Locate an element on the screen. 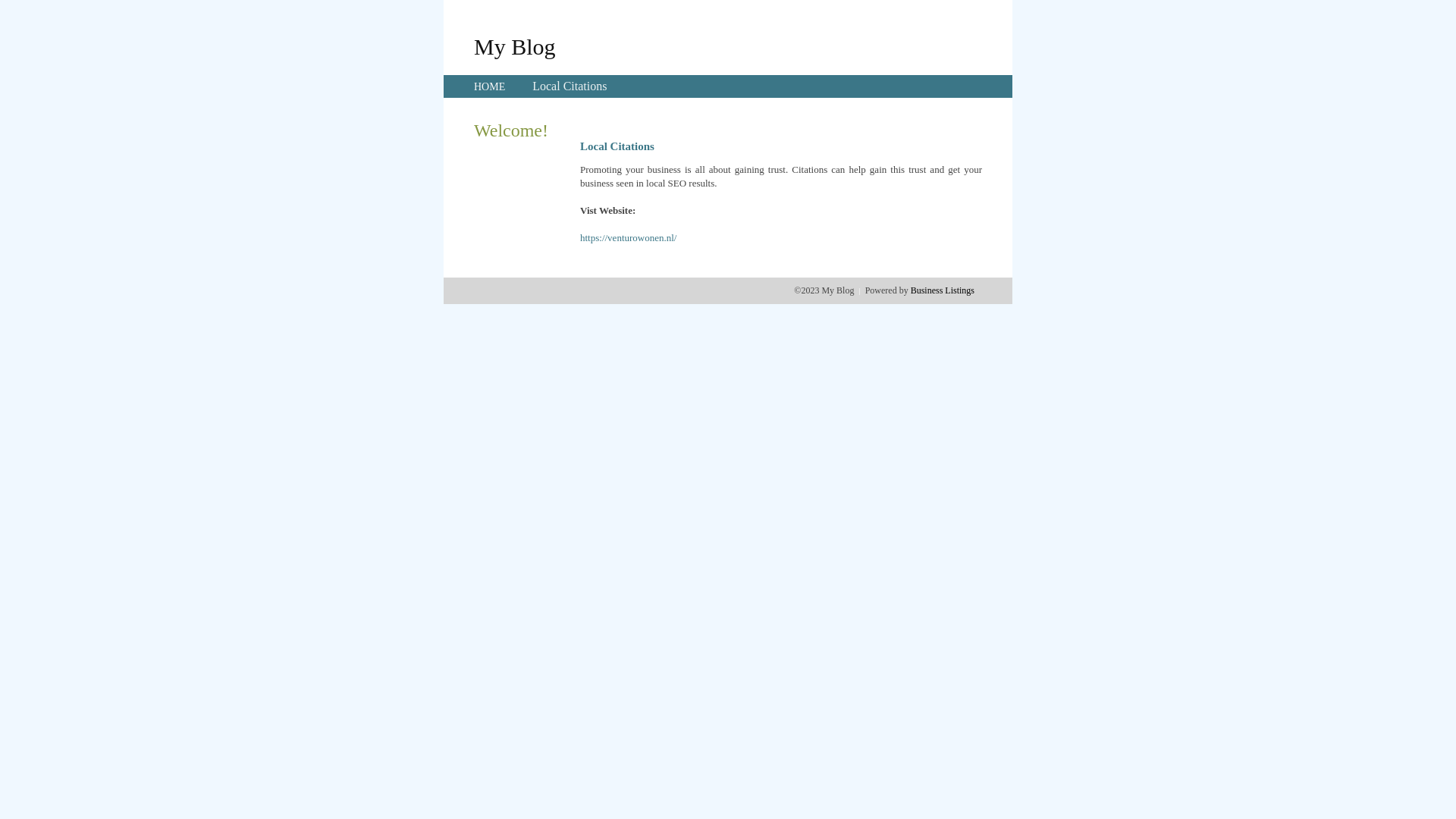  'My Blog' is located at coordinates (514, 45).